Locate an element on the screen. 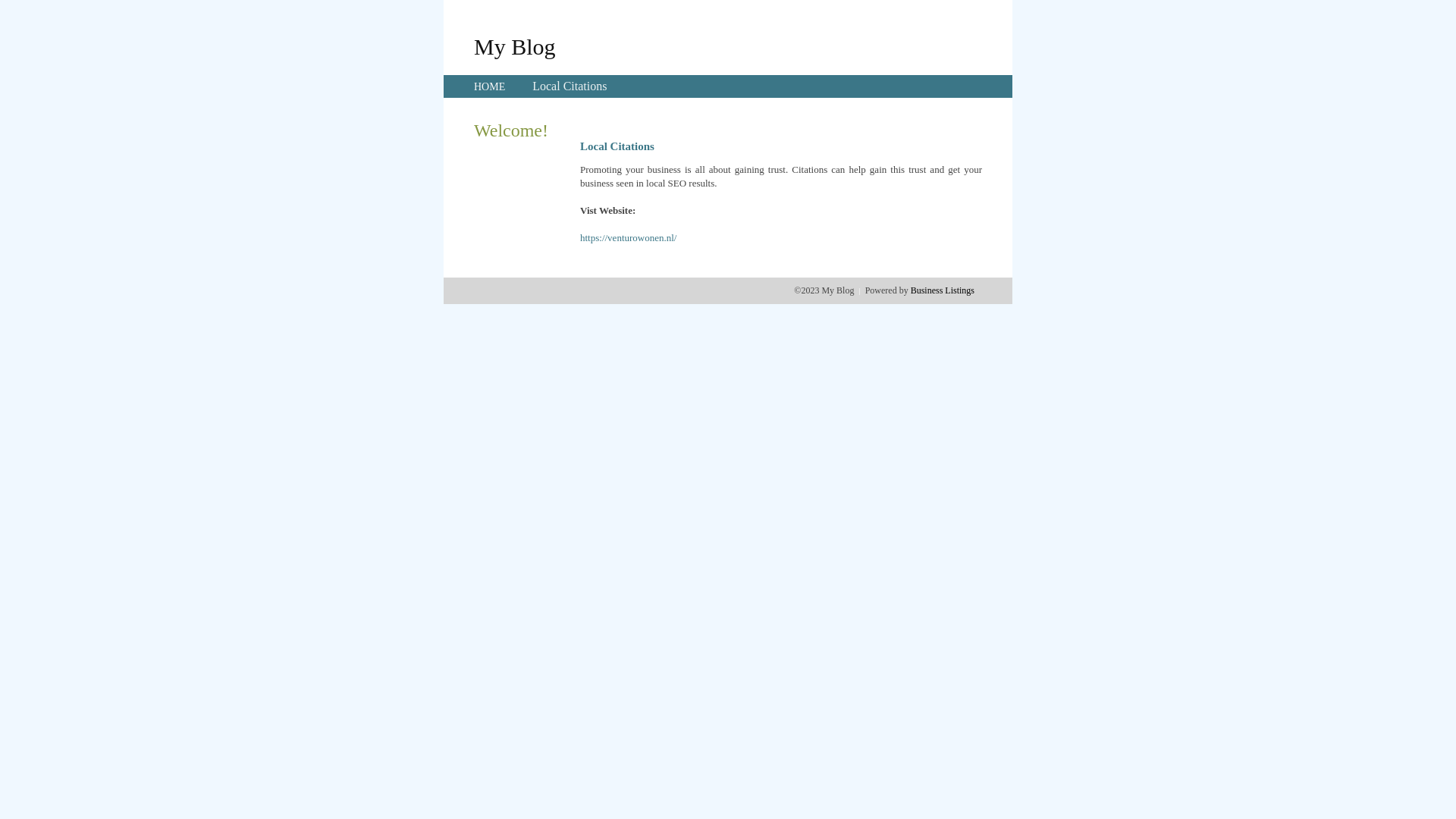  'My Blog' is located at coordinates (514, 45).